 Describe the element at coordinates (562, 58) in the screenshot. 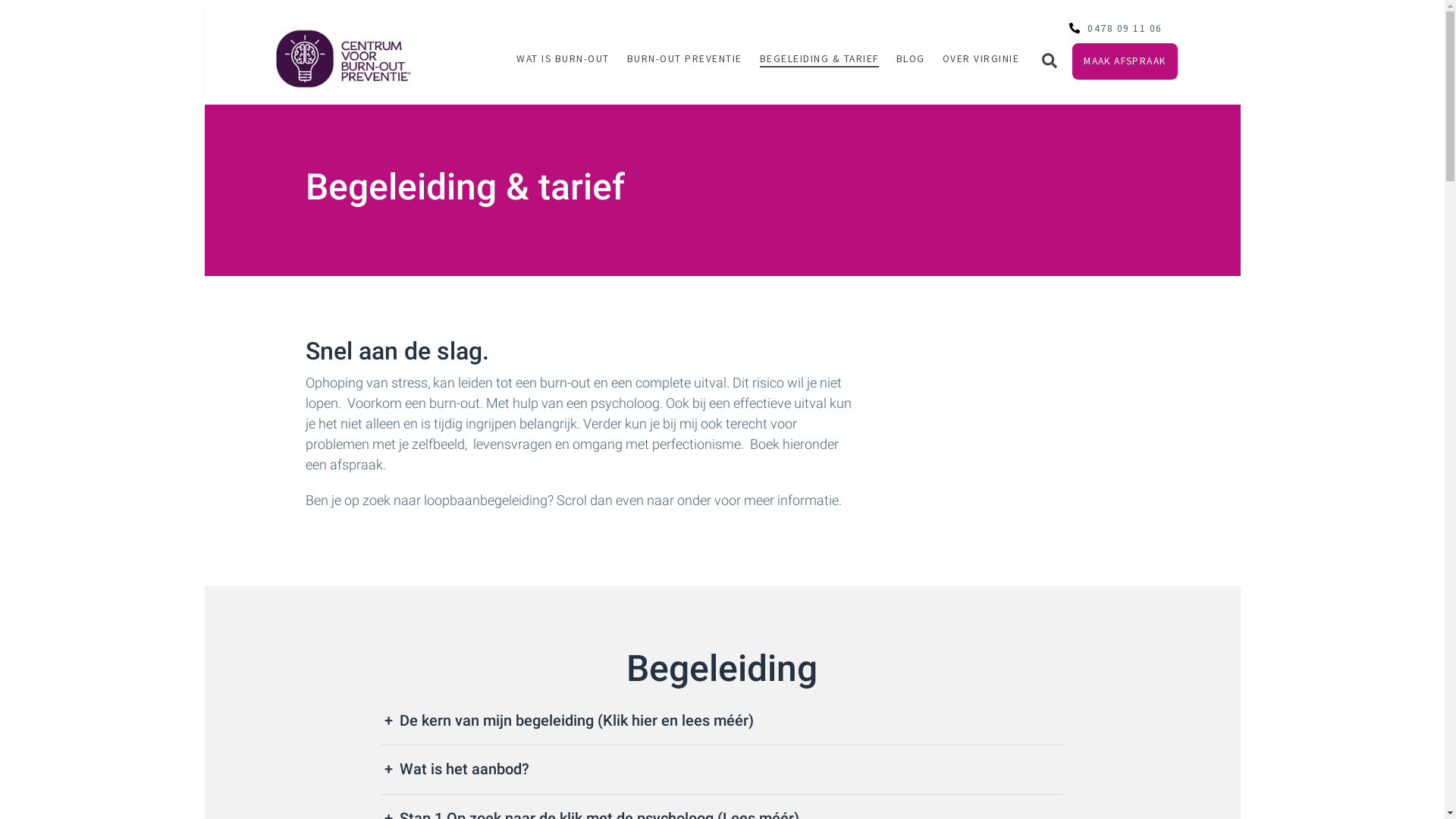

I see `'WAT IS BURN-OUT'` at that location.